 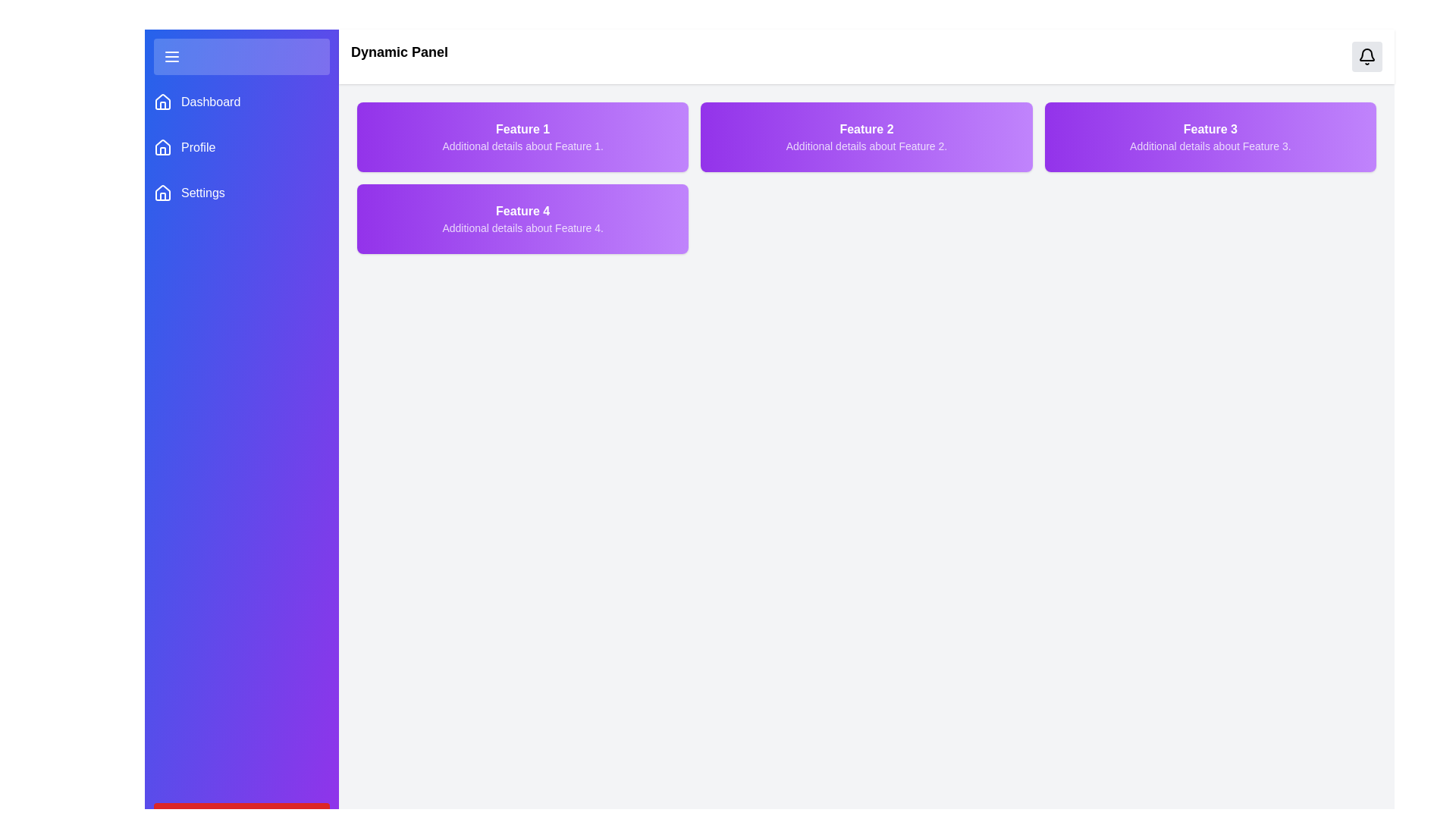 I want to click on text label that serves as the title for the third card in the top row of the grid layout, located in the main content area to the right of the sidebar, so click(x=1210, y=128).